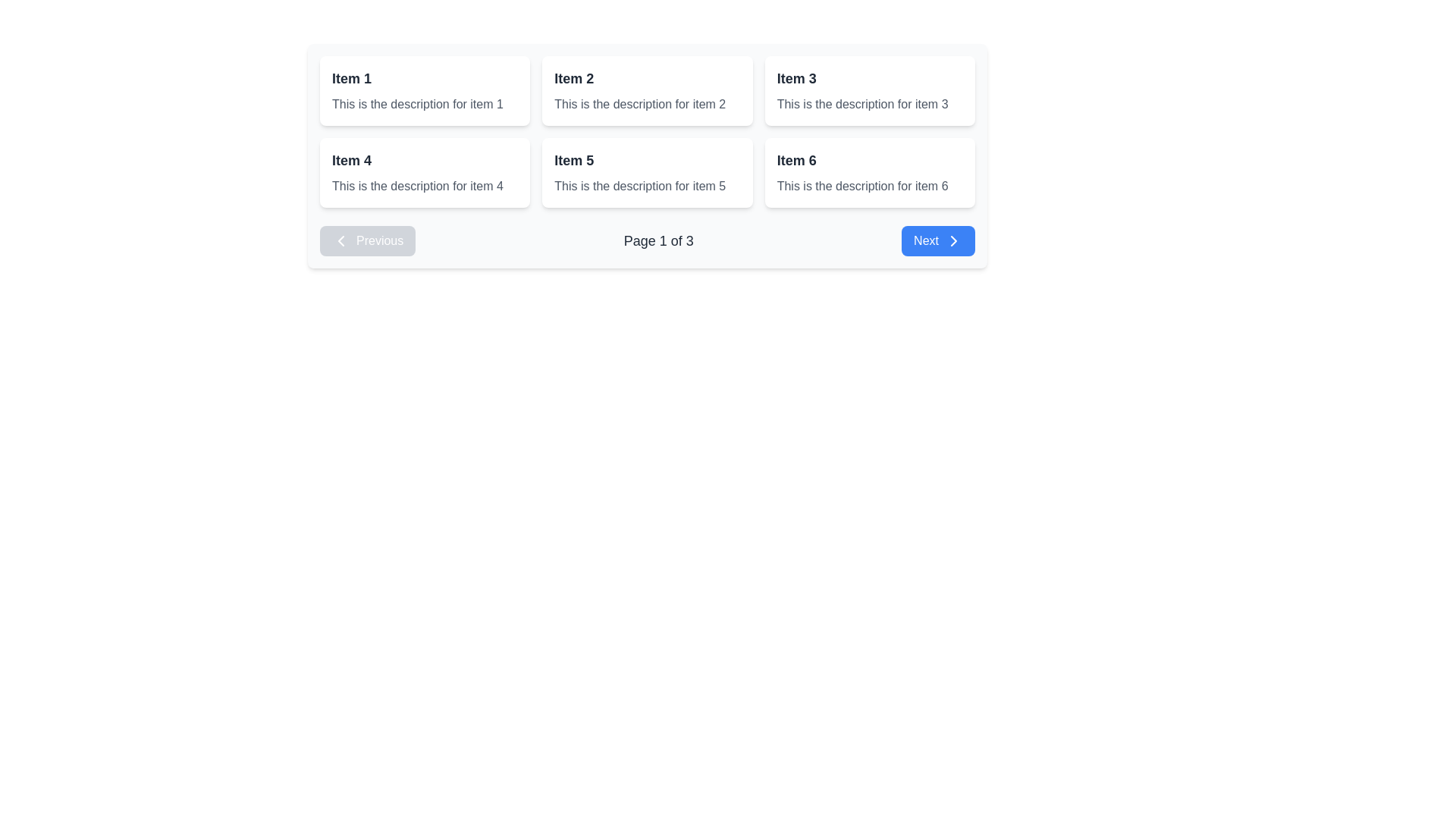 The image size is (1456, 819). I want to click on the Info Card displaying 'Item 5' with a white background and a shadow in the second row and second column of the grid, so click(648, 171).